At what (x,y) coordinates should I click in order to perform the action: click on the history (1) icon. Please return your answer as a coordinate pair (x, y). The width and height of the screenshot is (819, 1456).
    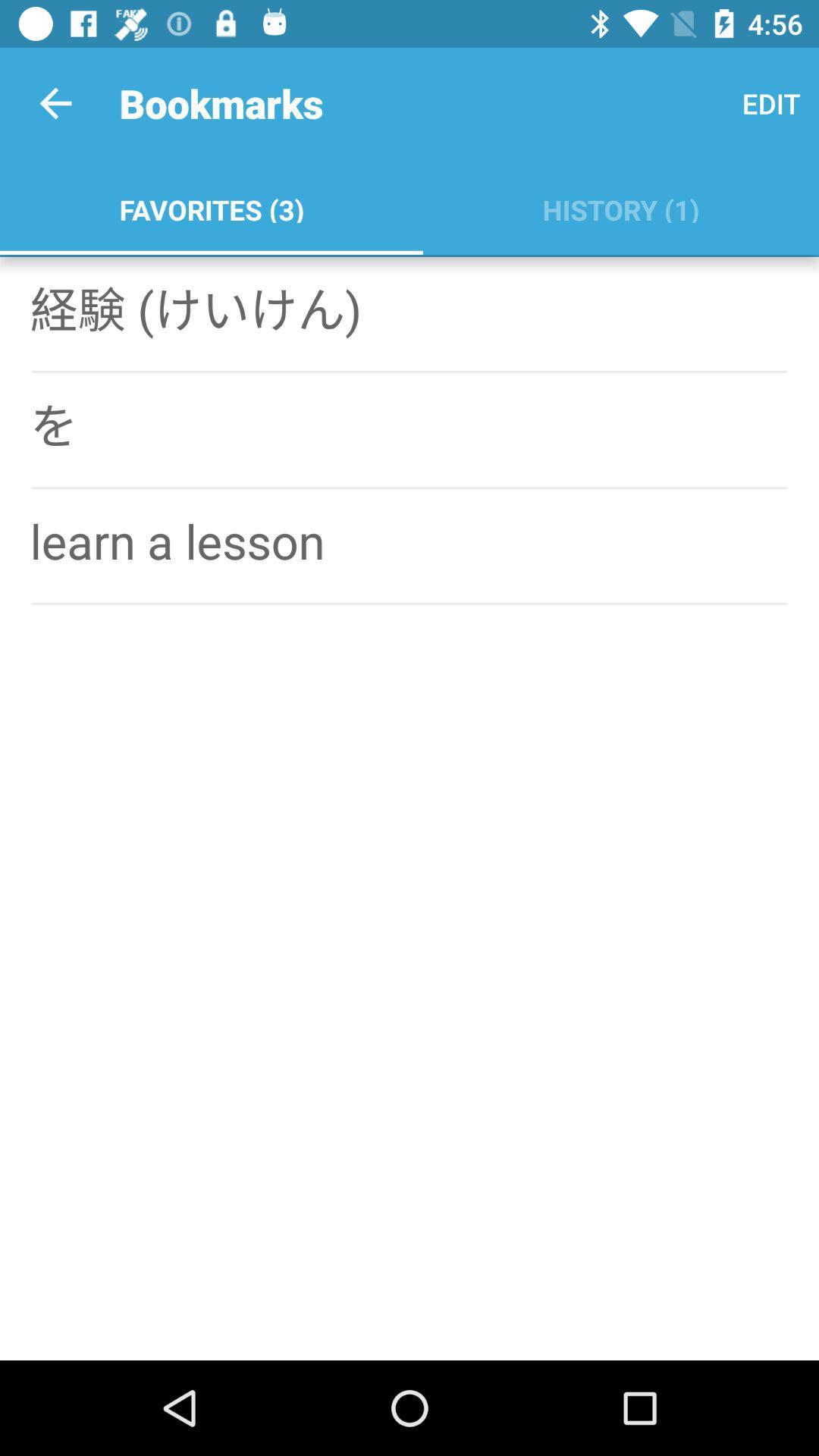
    Looking at the image, I should click on (620, 206).